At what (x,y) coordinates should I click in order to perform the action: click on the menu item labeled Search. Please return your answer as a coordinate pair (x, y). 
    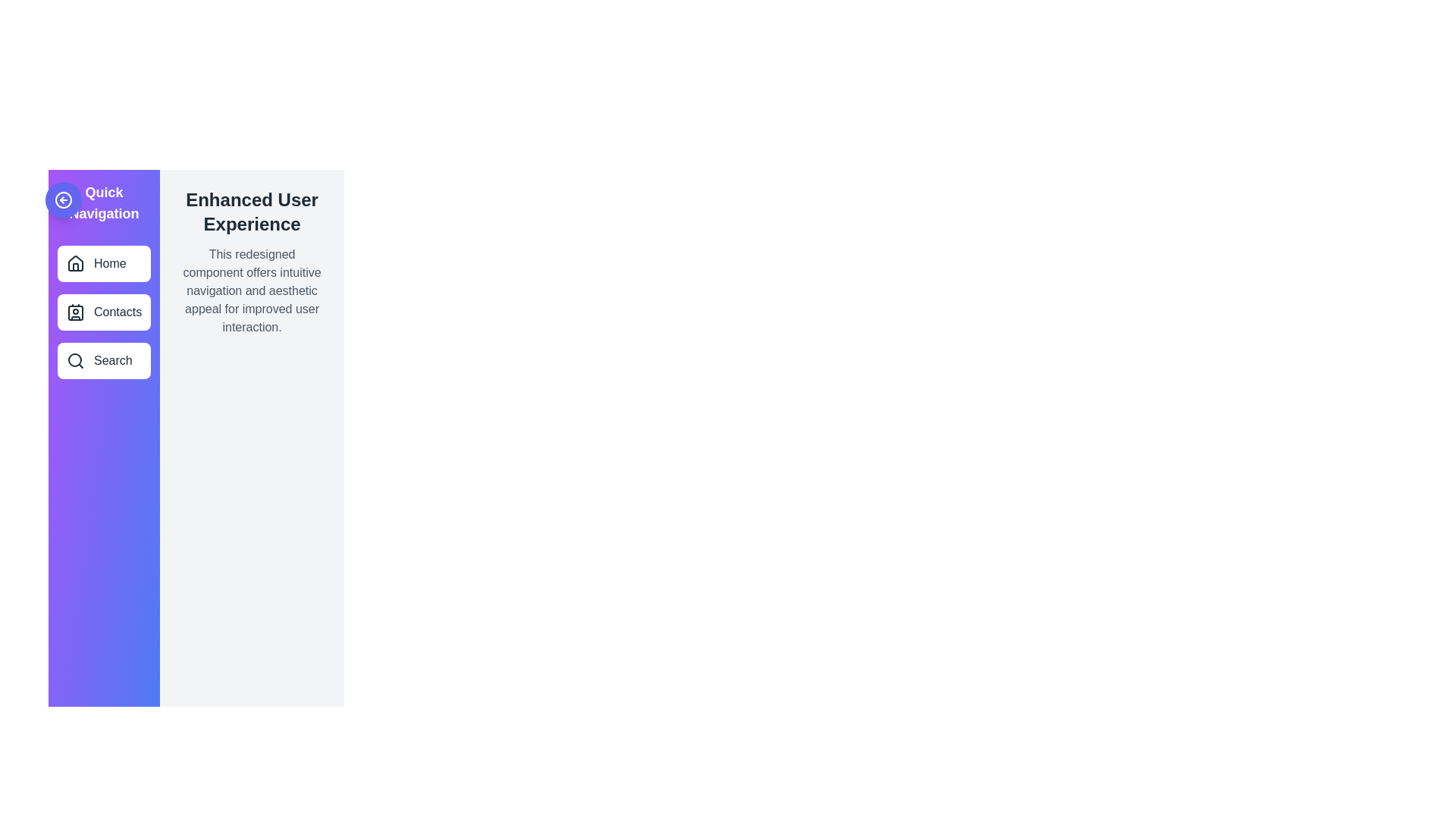
    Looking at the image, I should click on (103, 360).